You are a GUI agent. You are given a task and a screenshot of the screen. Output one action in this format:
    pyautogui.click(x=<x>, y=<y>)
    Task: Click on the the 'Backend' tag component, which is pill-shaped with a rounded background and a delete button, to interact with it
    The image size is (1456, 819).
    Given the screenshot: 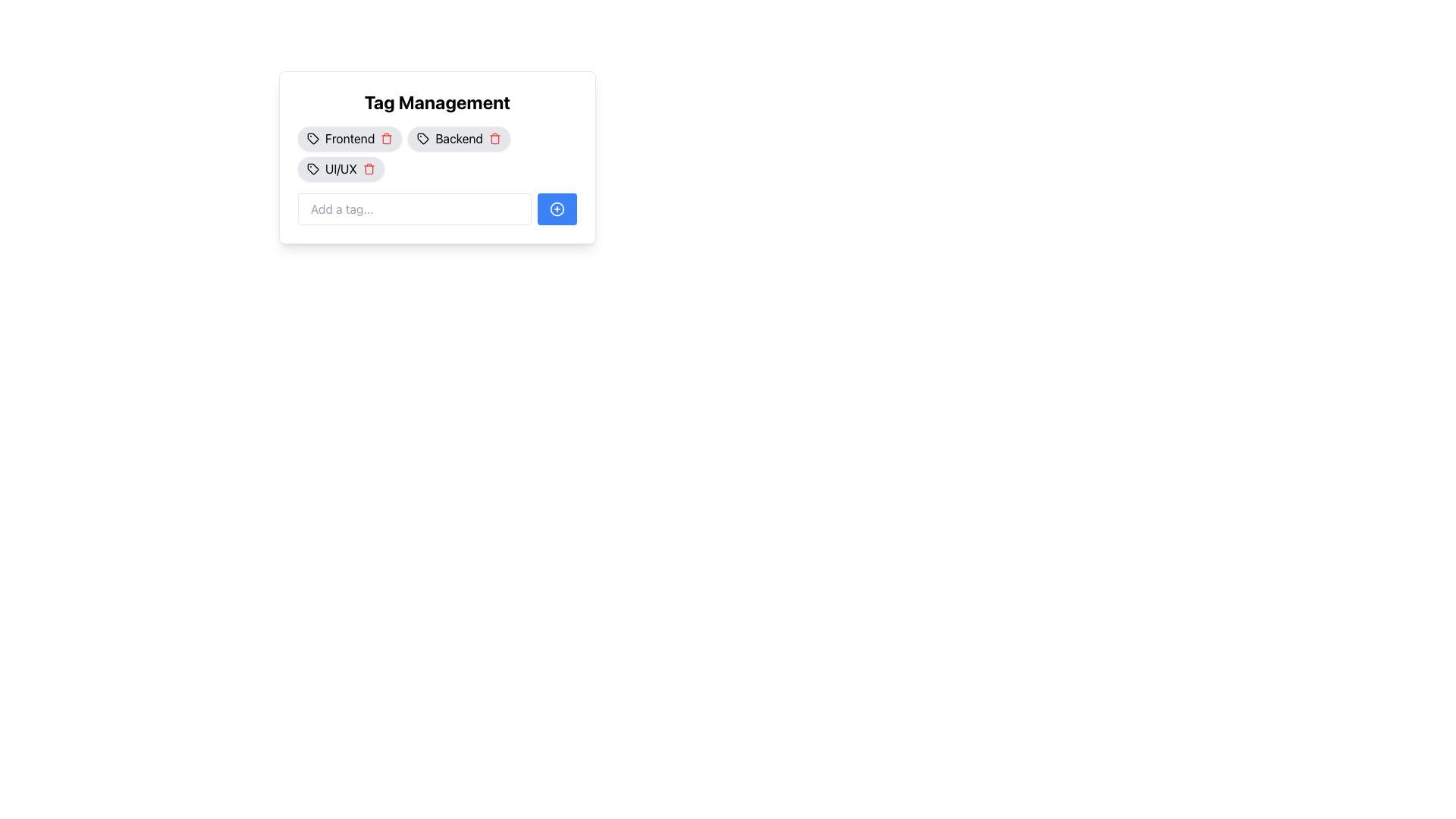 What is the action you would take?
    pyautogui.click(x=458, y=138)
    